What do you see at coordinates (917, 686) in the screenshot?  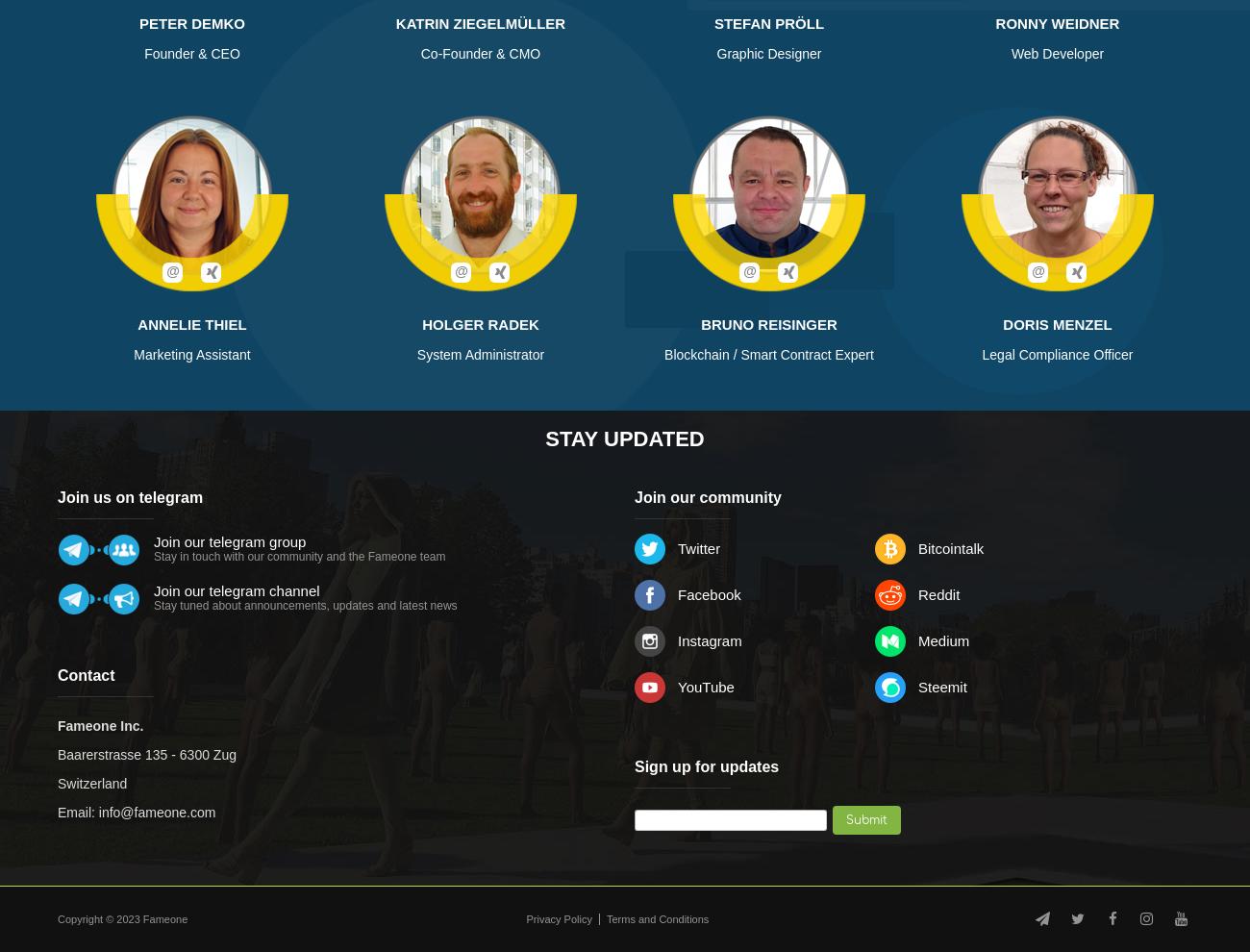 I see `'Steemit'` at bounding box center [917, 686].